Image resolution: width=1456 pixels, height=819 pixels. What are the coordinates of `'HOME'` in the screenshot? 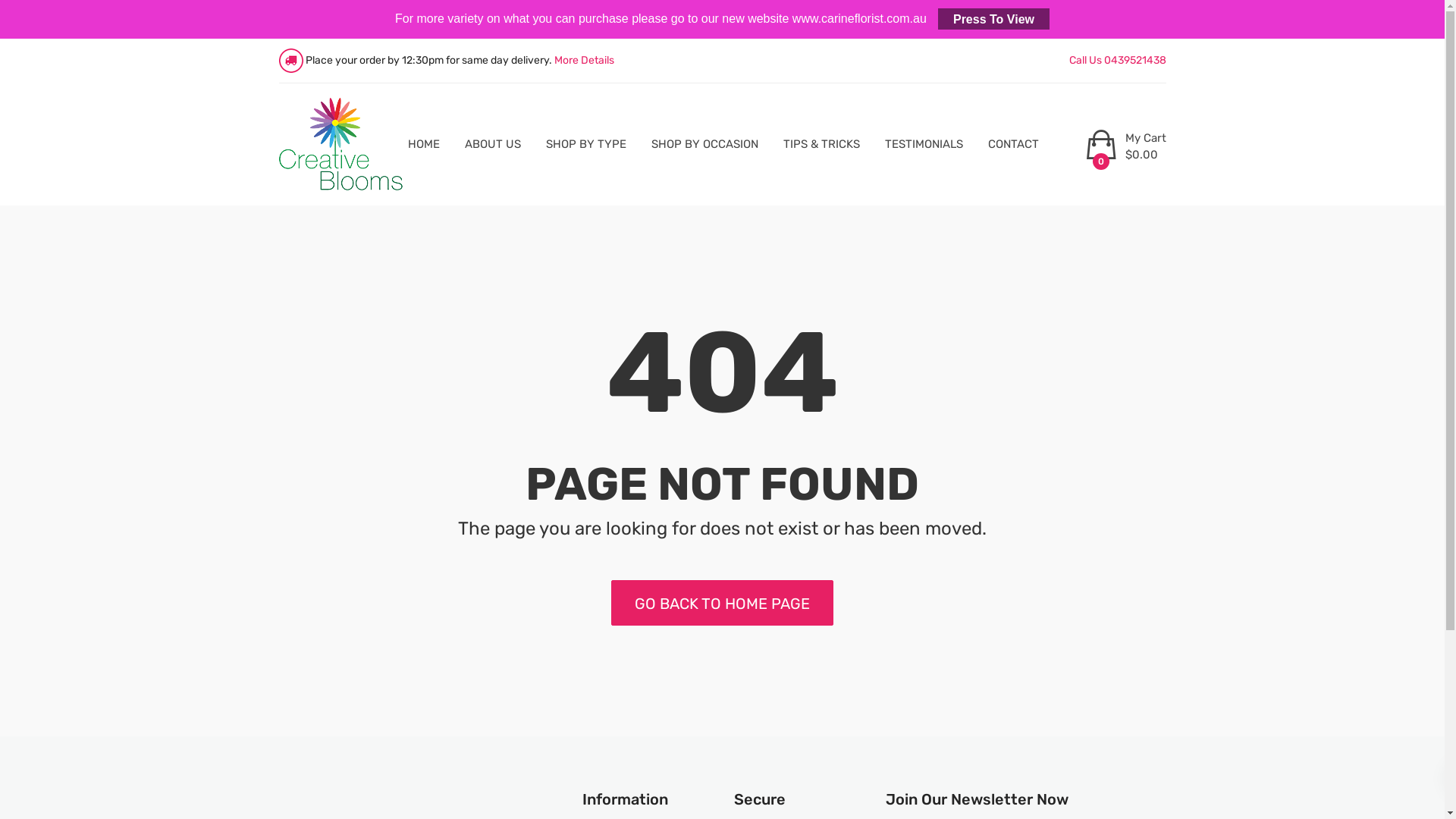 It's located at (407, 144).